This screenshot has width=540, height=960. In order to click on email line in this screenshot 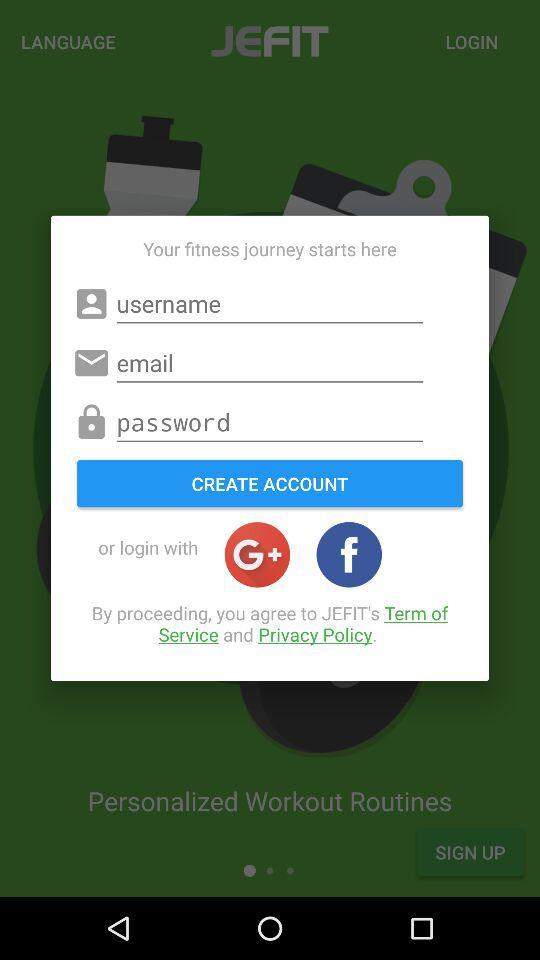, I will do `click(270, 362)`.